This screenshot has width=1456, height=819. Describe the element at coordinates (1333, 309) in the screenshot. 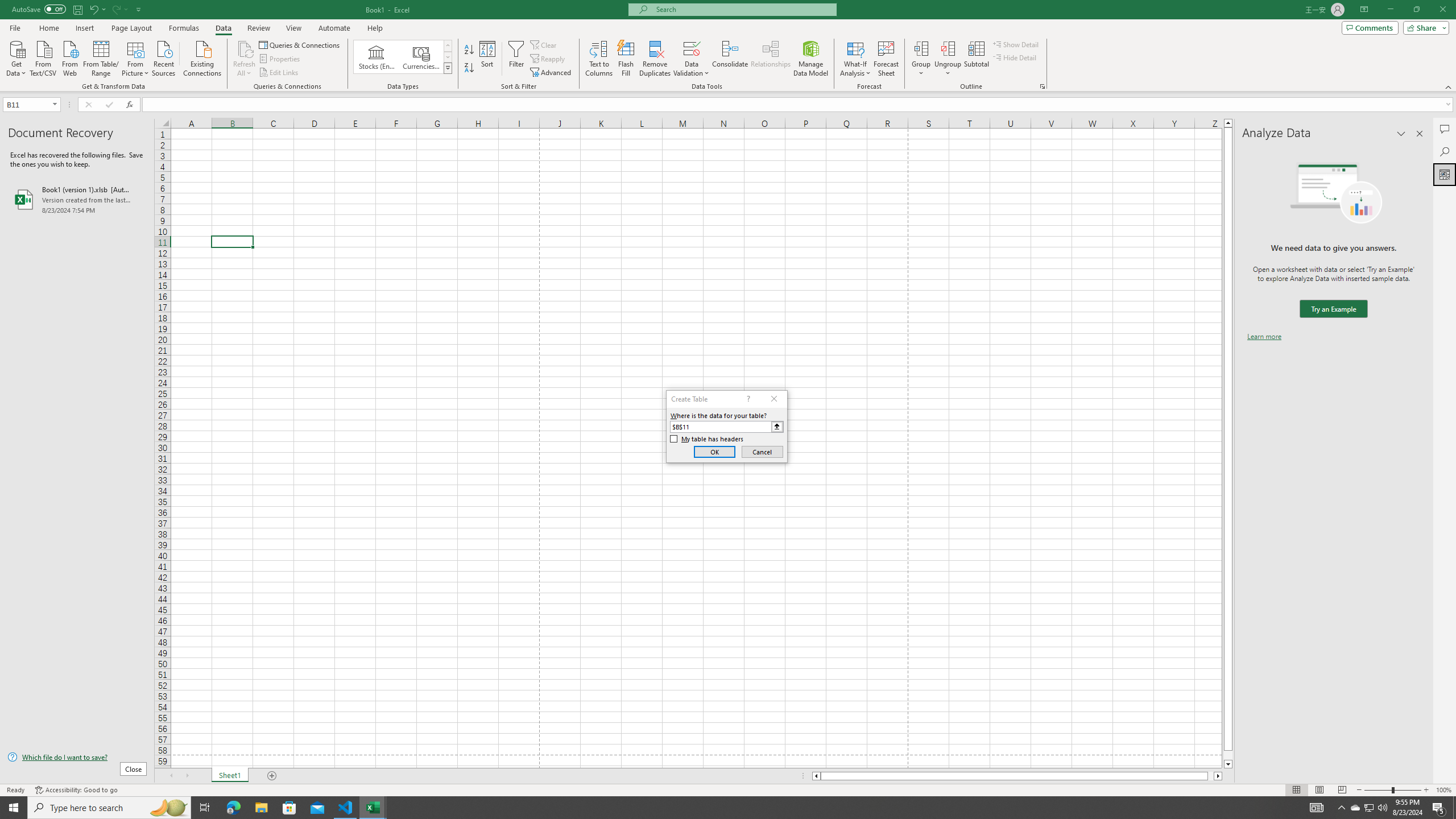

I see `'We need data to give you answers. Try an Example'` at that location.